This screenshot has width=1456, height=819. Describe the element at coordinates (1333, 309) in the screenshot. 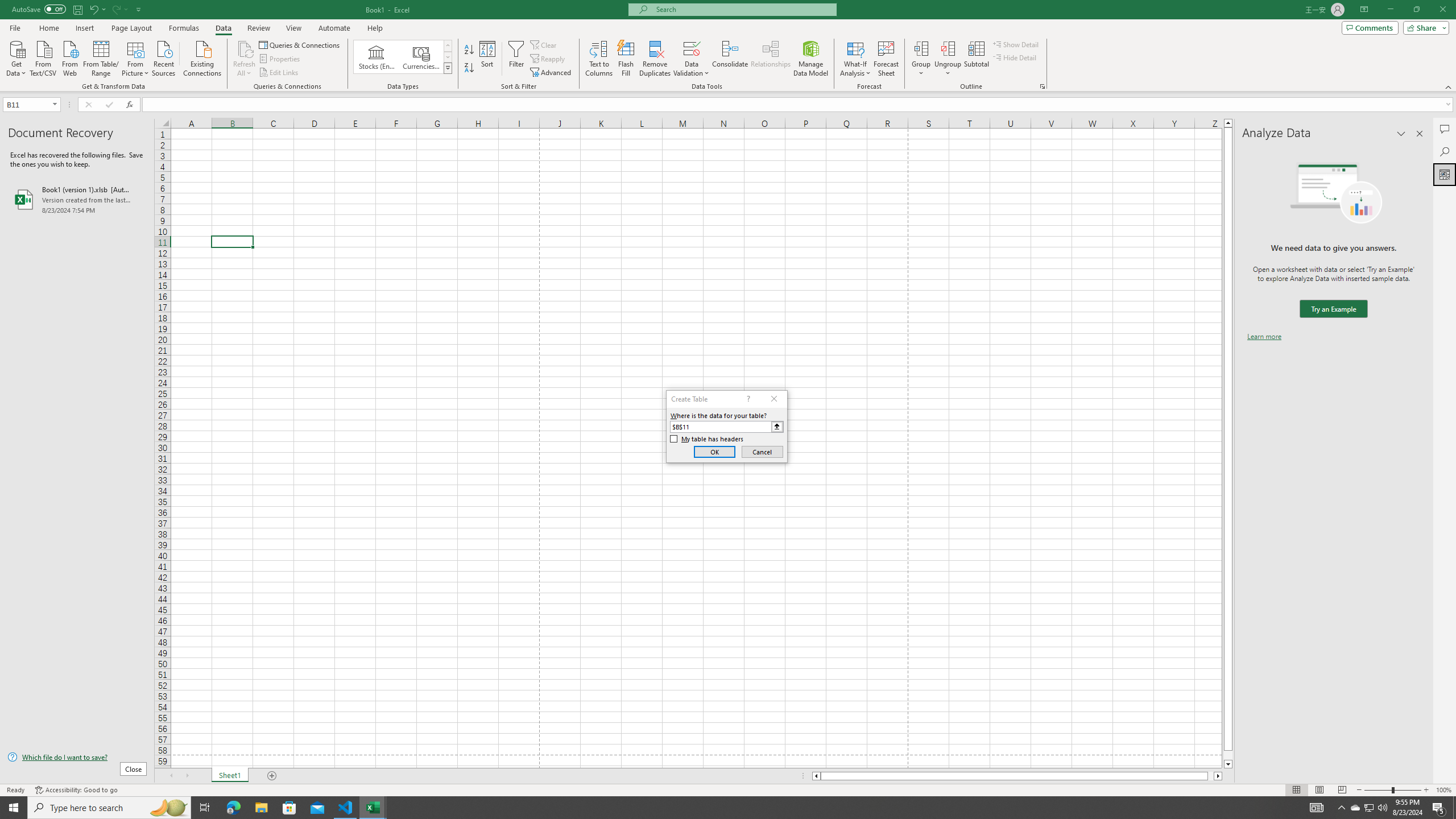

I see `'We need data to give you answers. Try an Example'` at that location.